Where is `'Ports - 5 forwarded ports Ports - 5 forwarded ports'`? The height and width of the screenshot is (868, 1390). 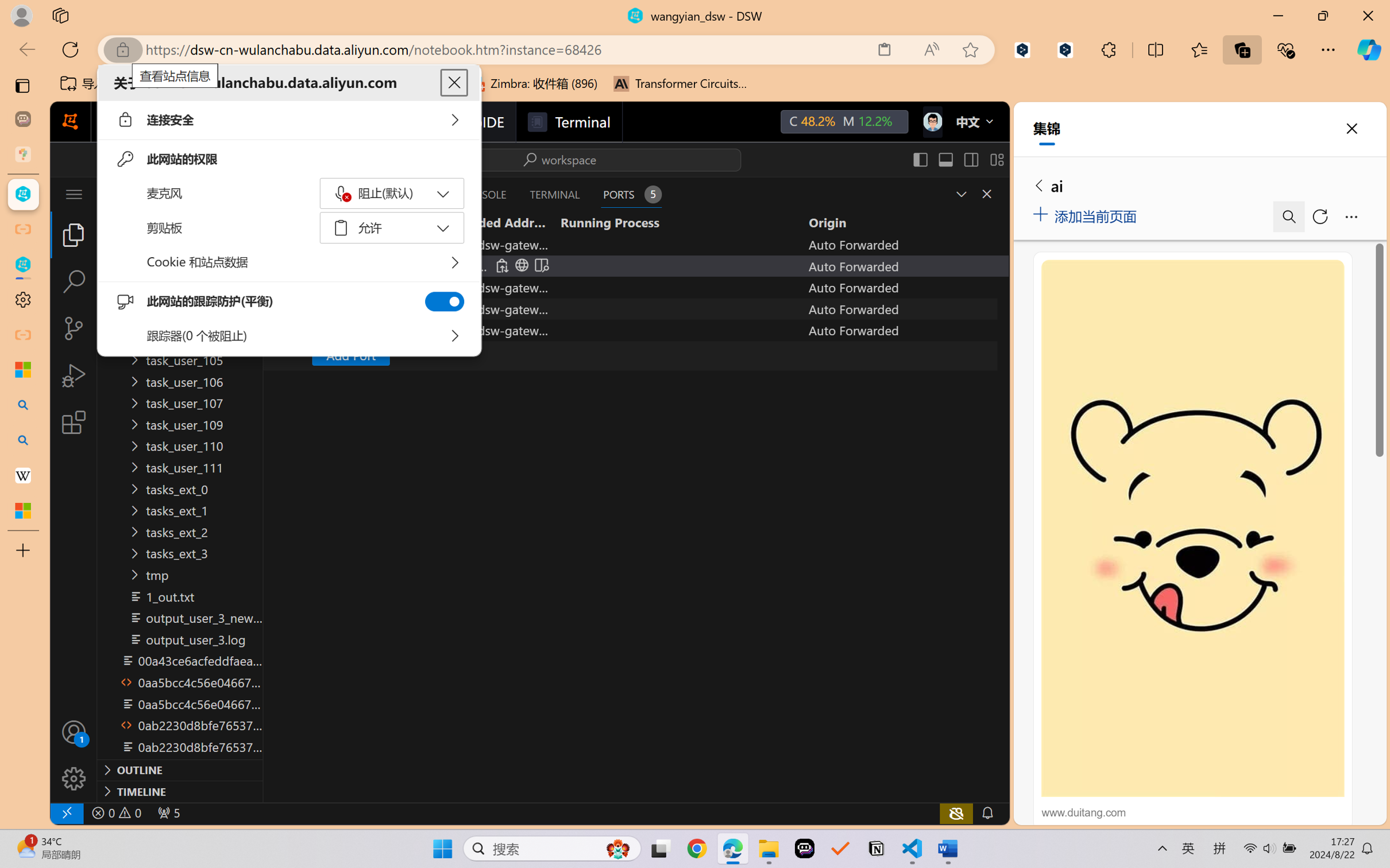 'Ports - 5 forwarded ports Ports - 5 forwarded ports' is located at coordinates (631, 193).